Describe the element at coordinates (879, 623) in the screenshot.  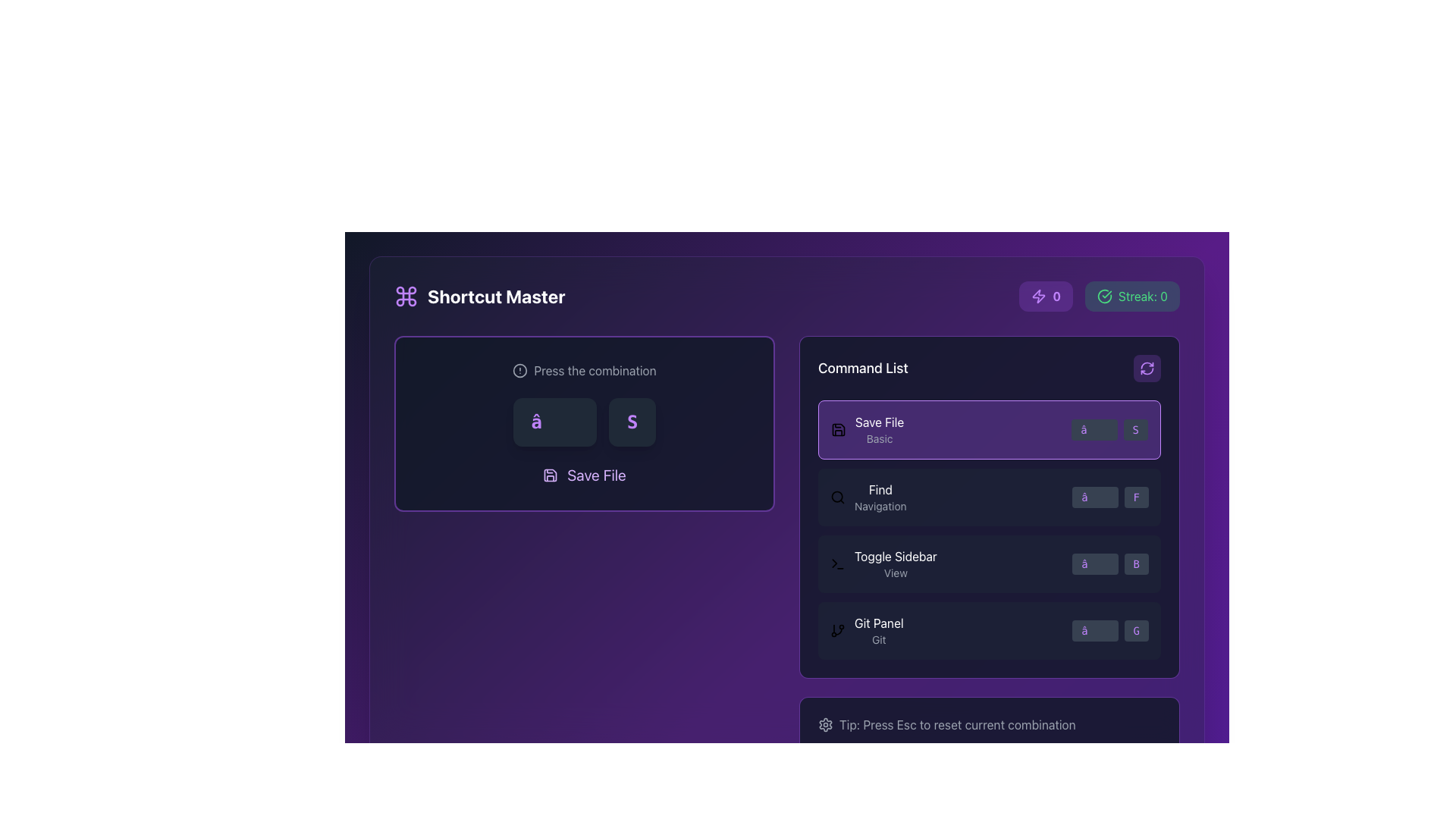
I see `the 'Git Panel' text label, which is a bold white font on a dark background located in the 'Command List' section` at that location.